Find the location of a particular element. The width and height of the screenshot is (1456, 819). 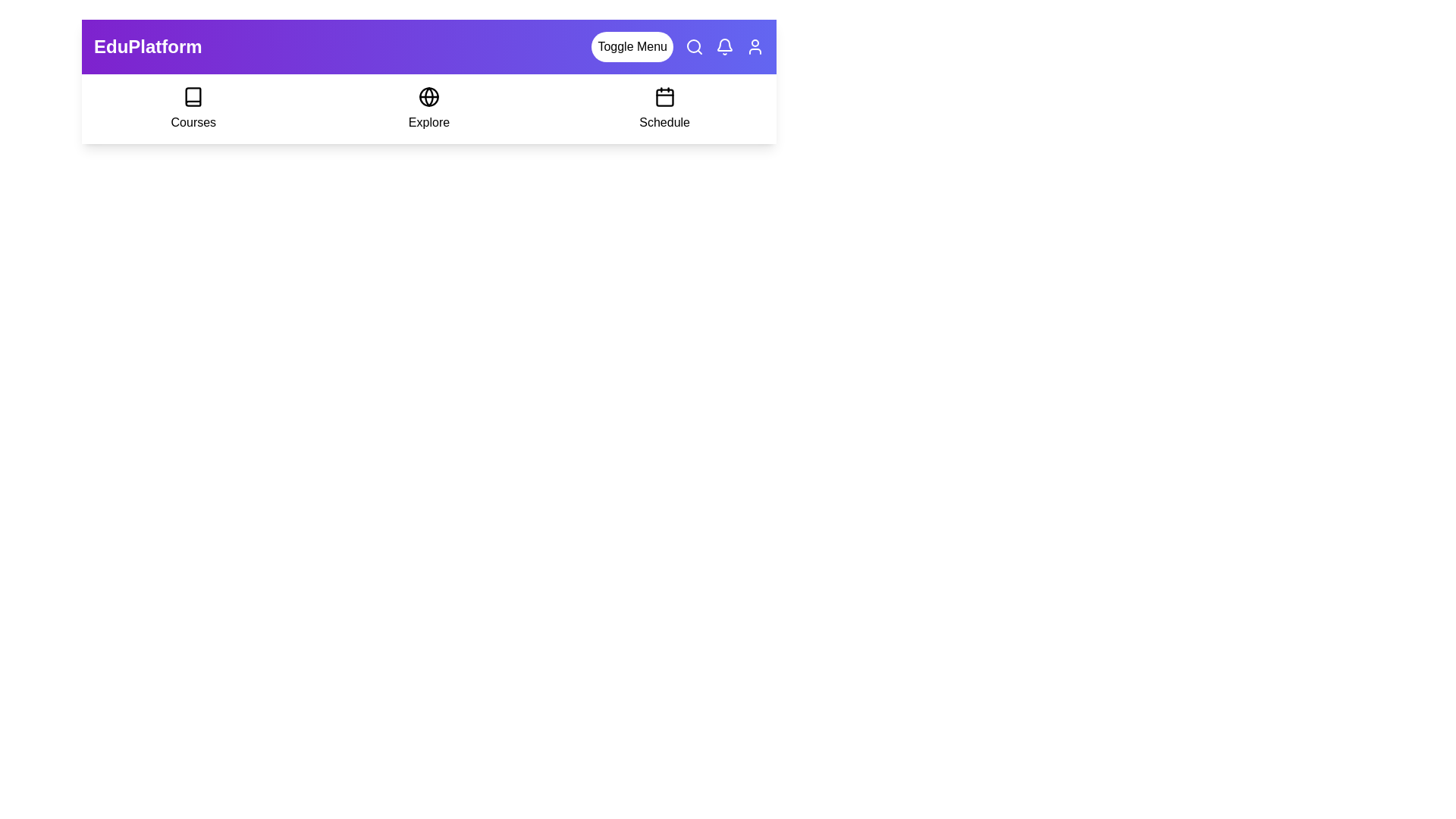

the search icon to activate the search functionality is located at coordinates (694, 45).